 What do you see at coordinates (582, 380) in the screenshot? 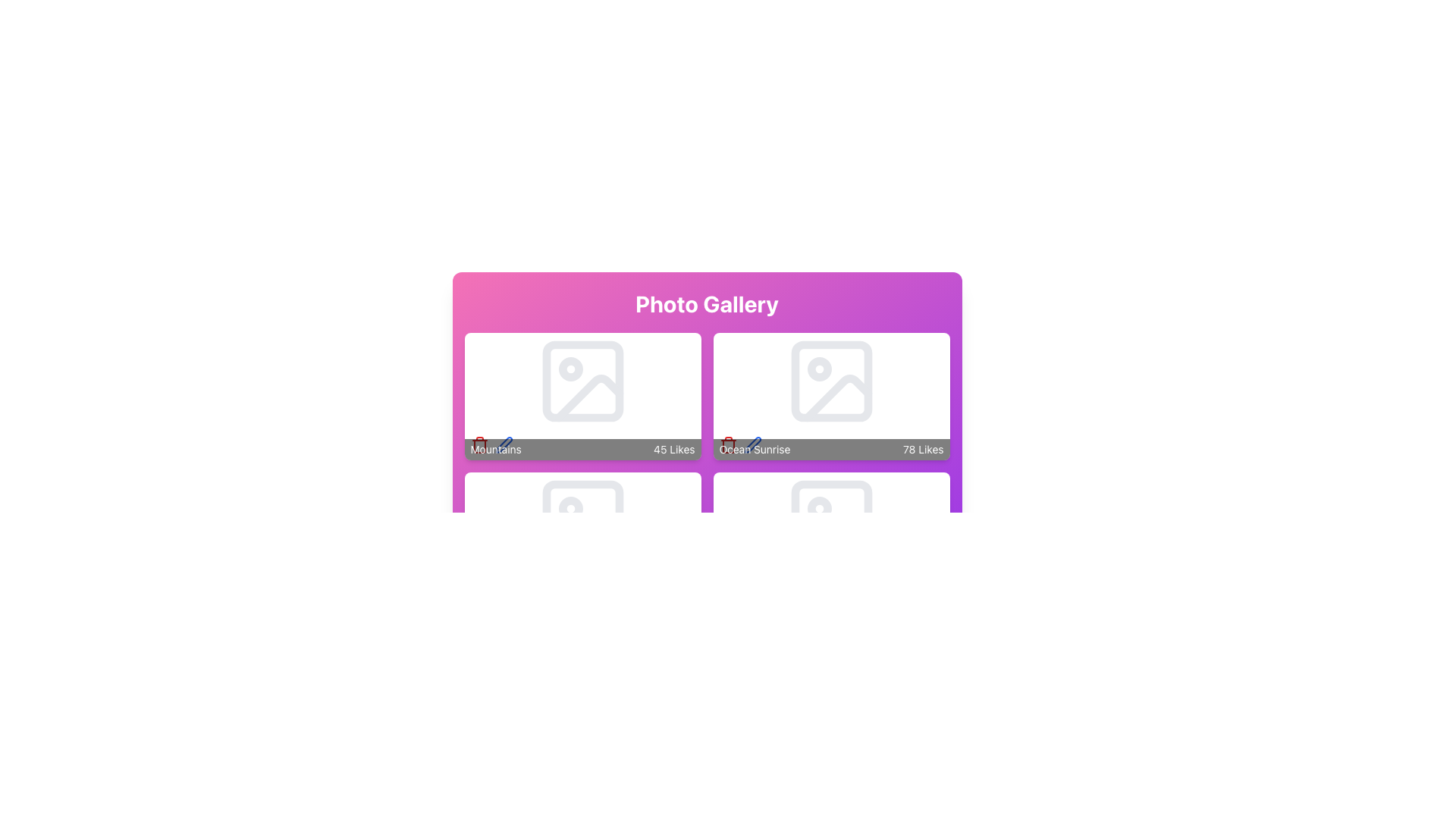
I see `the pale gray decorative graphic rectangle with rounded corners located within the upper left grid cell of the photo gallery layout` at bounding box center [582, 380].